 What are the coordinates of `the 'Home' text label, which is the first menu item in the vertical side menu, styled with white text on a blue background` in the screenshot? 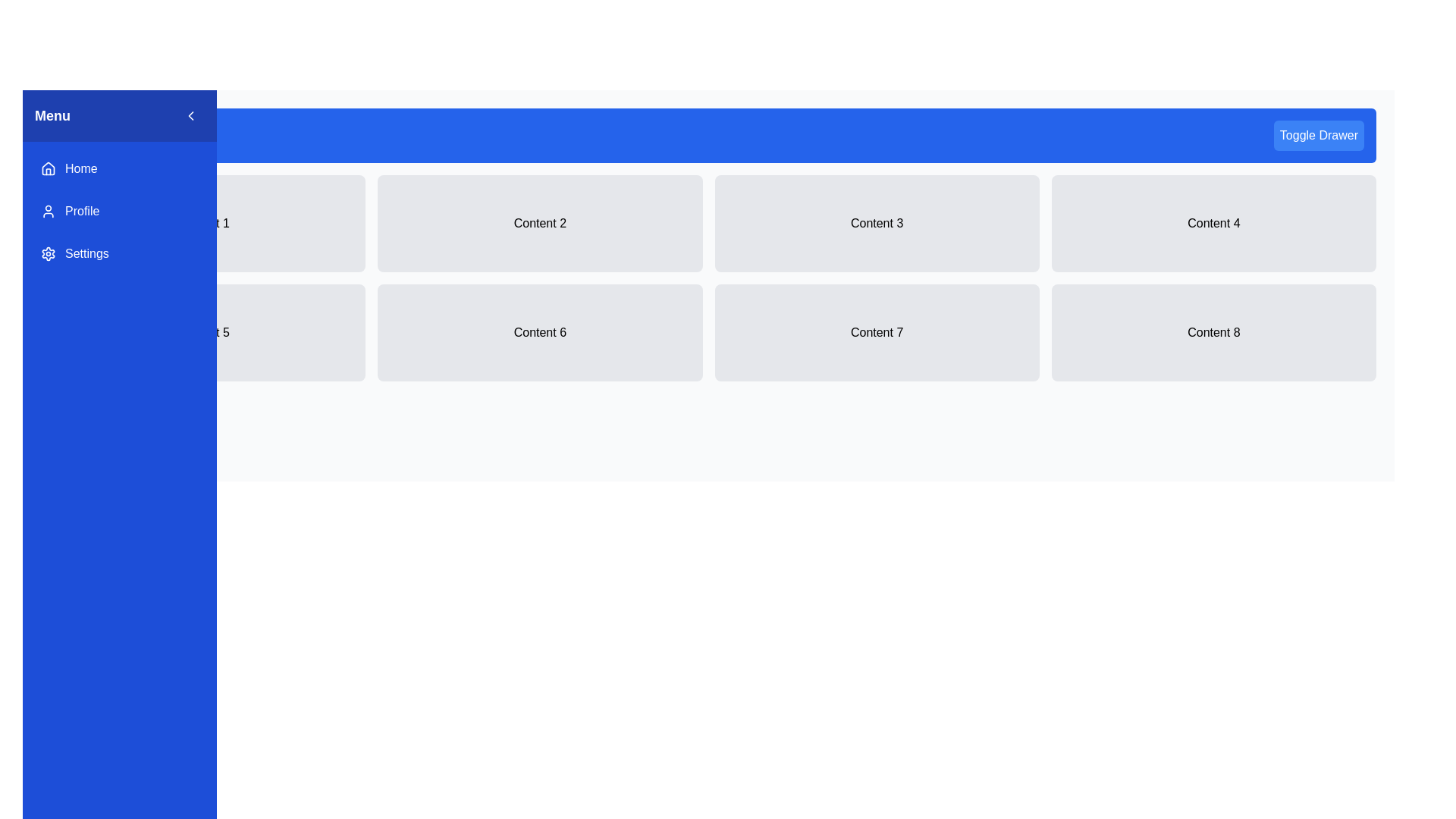 It's located at (80, 169).